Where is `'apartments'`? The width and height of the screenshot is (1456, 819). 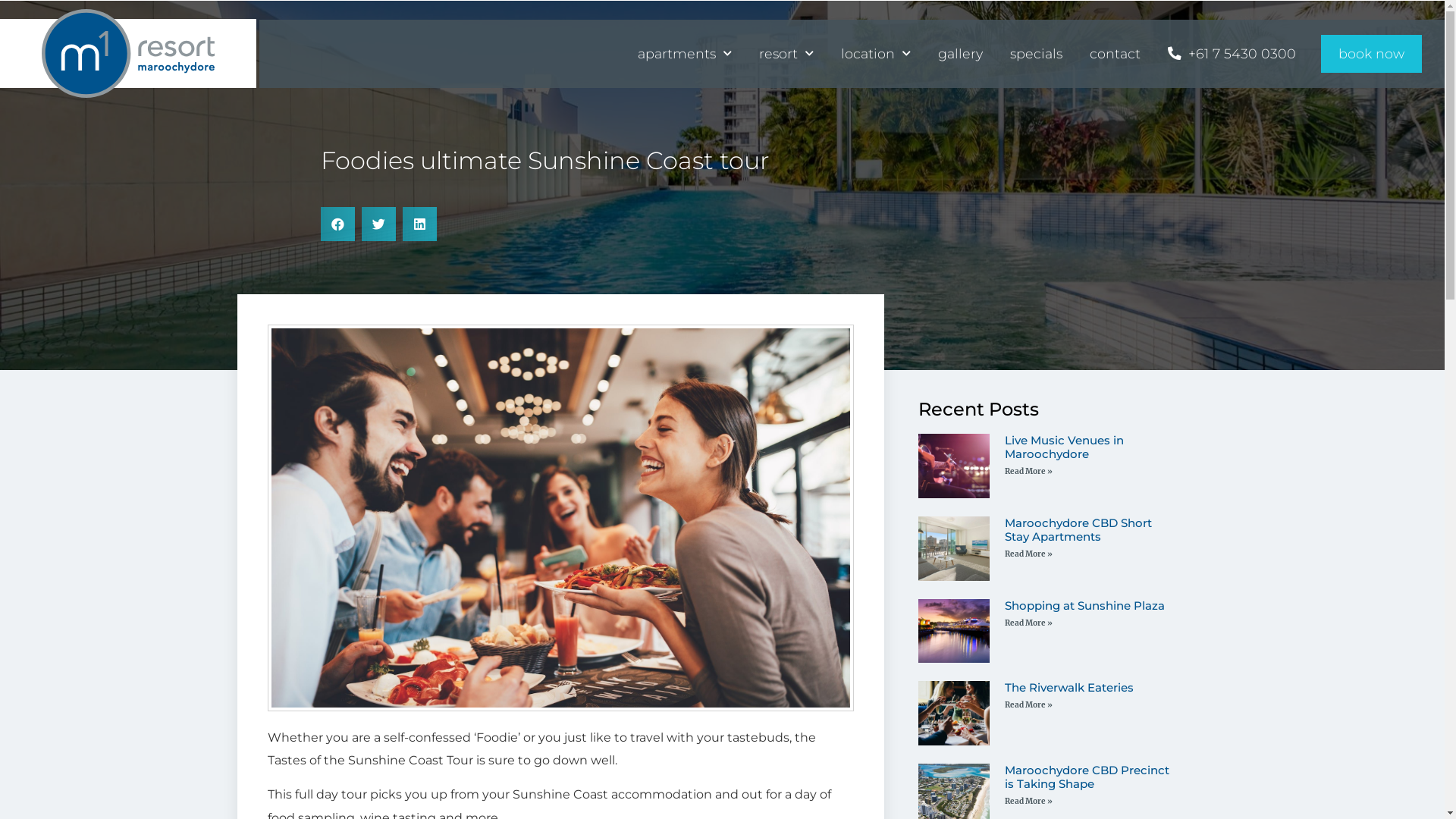
'apartments' is located at coordinates (683, 52).